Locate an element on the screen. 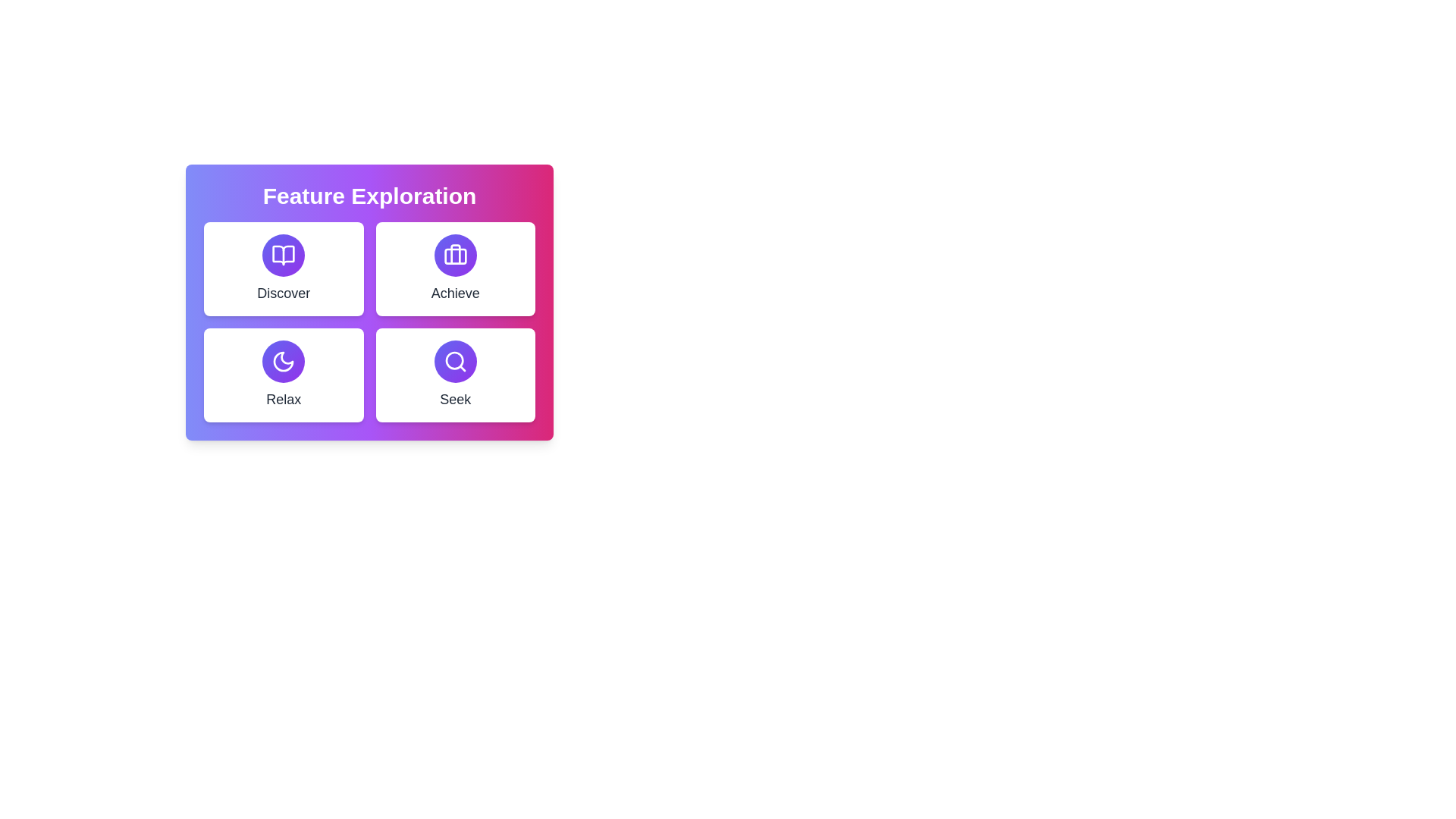 This screenshot has width=1456, height=819. the circular icon representing the 'Achieve' feature located in the top-right quadrant of the grid under the 'Feature Exploration' header is located at coordinates (454, 254).